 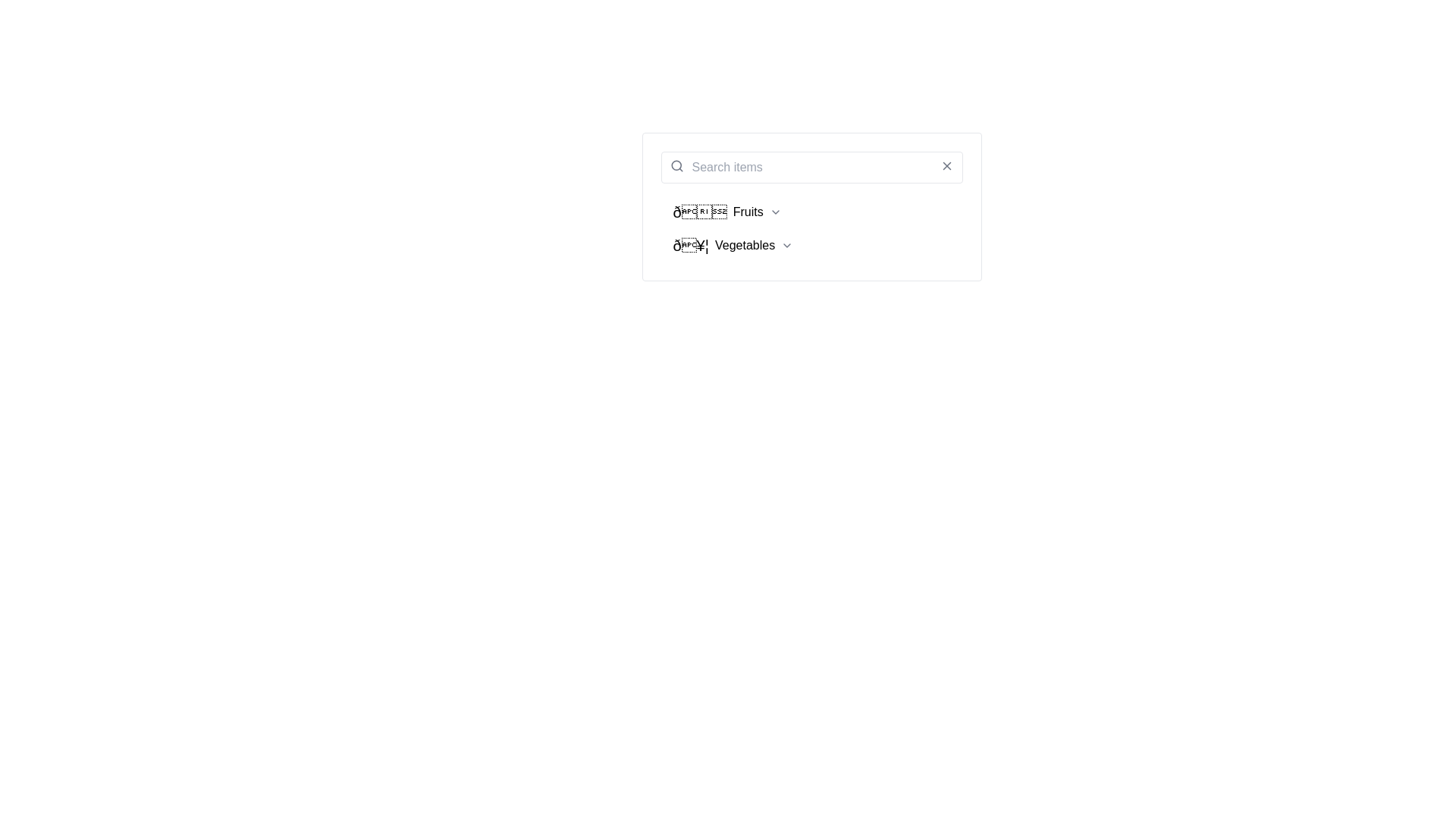 I want to click on the 'Fruits' dropdown button located in the upper portion of the vertical list, so click(x=726, y=212).